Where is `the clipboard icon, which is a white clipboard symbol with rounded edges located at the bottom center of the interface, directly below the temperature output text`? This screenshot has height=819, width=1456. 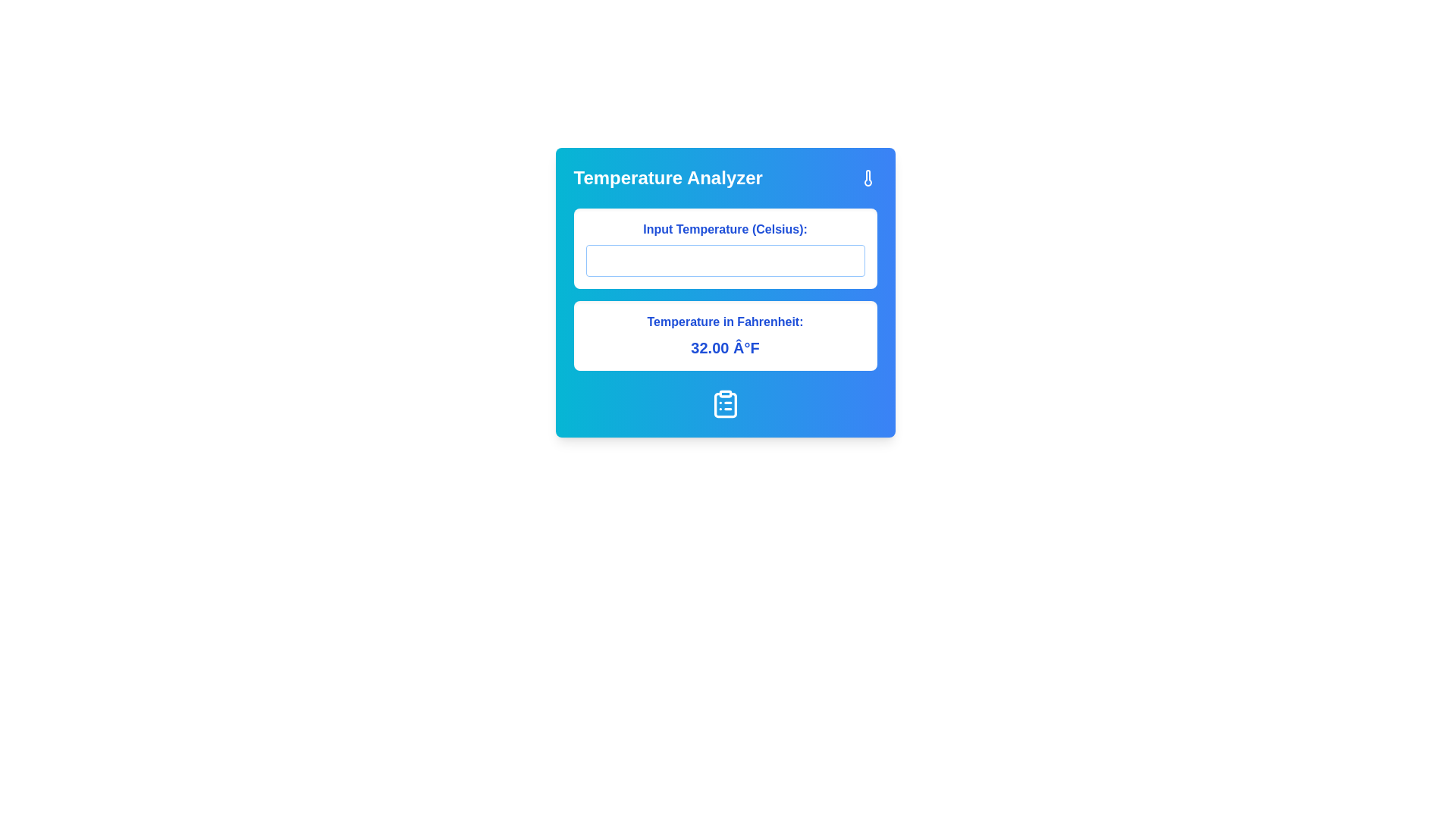 the clipboard icon, which is a white clipboard symbol with rounded edges located at the bottom center of the interface, directly below the temperature output text is located at coordinates (724, 403).